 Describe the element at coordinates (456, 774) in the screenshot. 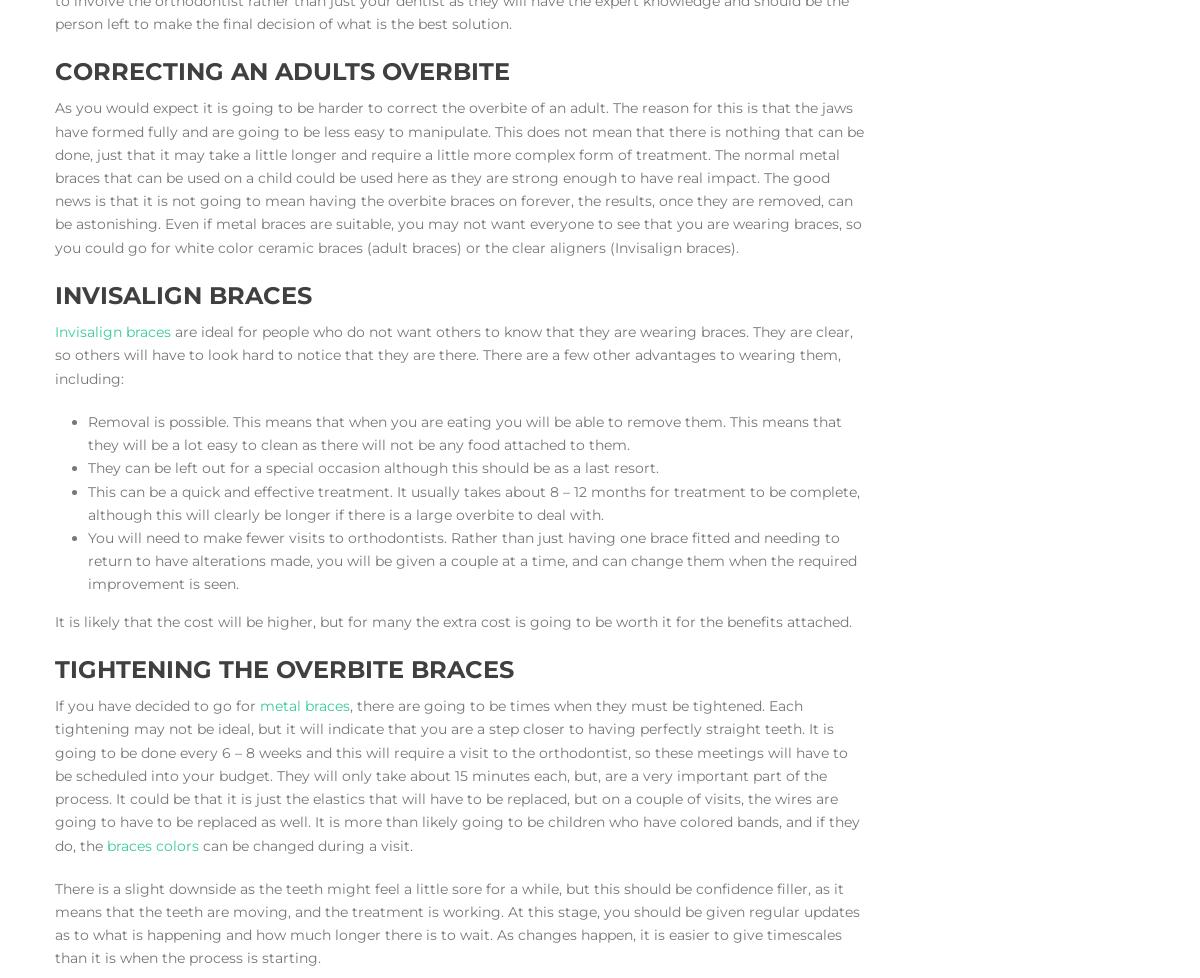

I see `', there are going to be times when they must be tightened. Each tightening may not be ideal, but it will indicate that you are a step closer to having perfectly straight teeth. It is going to be done every 6 – 8 weeks and this will require a visit to the orthodontist, so these meetings will have to be scheduled into your budget. They will only take about 15 minutes each, but, are a very important part of the process. It could be that it is just the elastics that will have to be replaced, but on a couple of visits, the wires are going to have to be replaced as well. It is more than likely going to be children who have colored bands, and if they do, the'` at that location.